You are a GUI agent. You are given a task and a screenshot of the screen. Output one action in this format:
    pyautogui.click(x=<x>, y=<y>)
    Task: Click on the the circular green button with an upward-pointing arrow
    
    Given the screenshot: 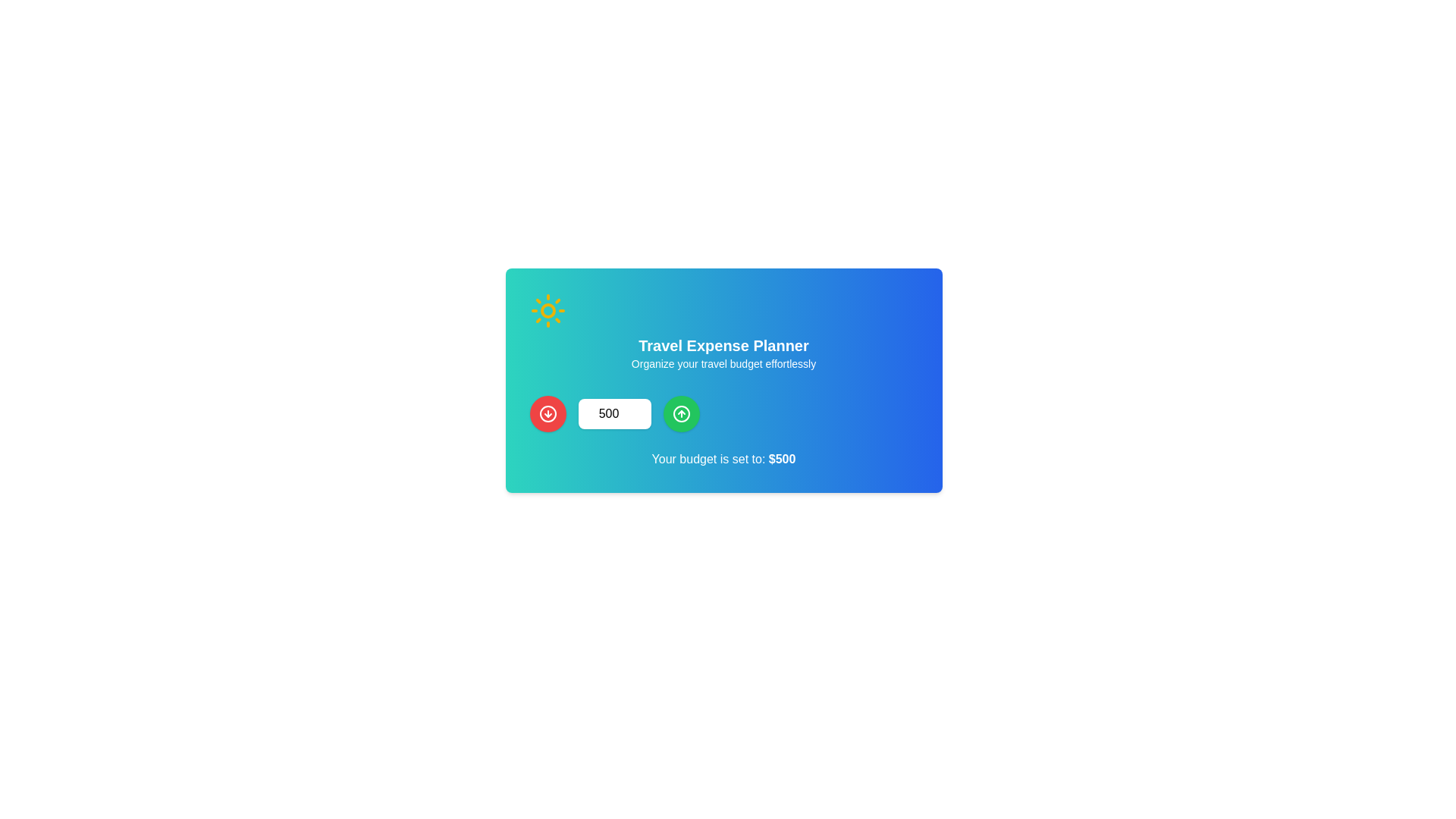 What is the action you would take?
    pyautogui.click(x=680, y=414)
    